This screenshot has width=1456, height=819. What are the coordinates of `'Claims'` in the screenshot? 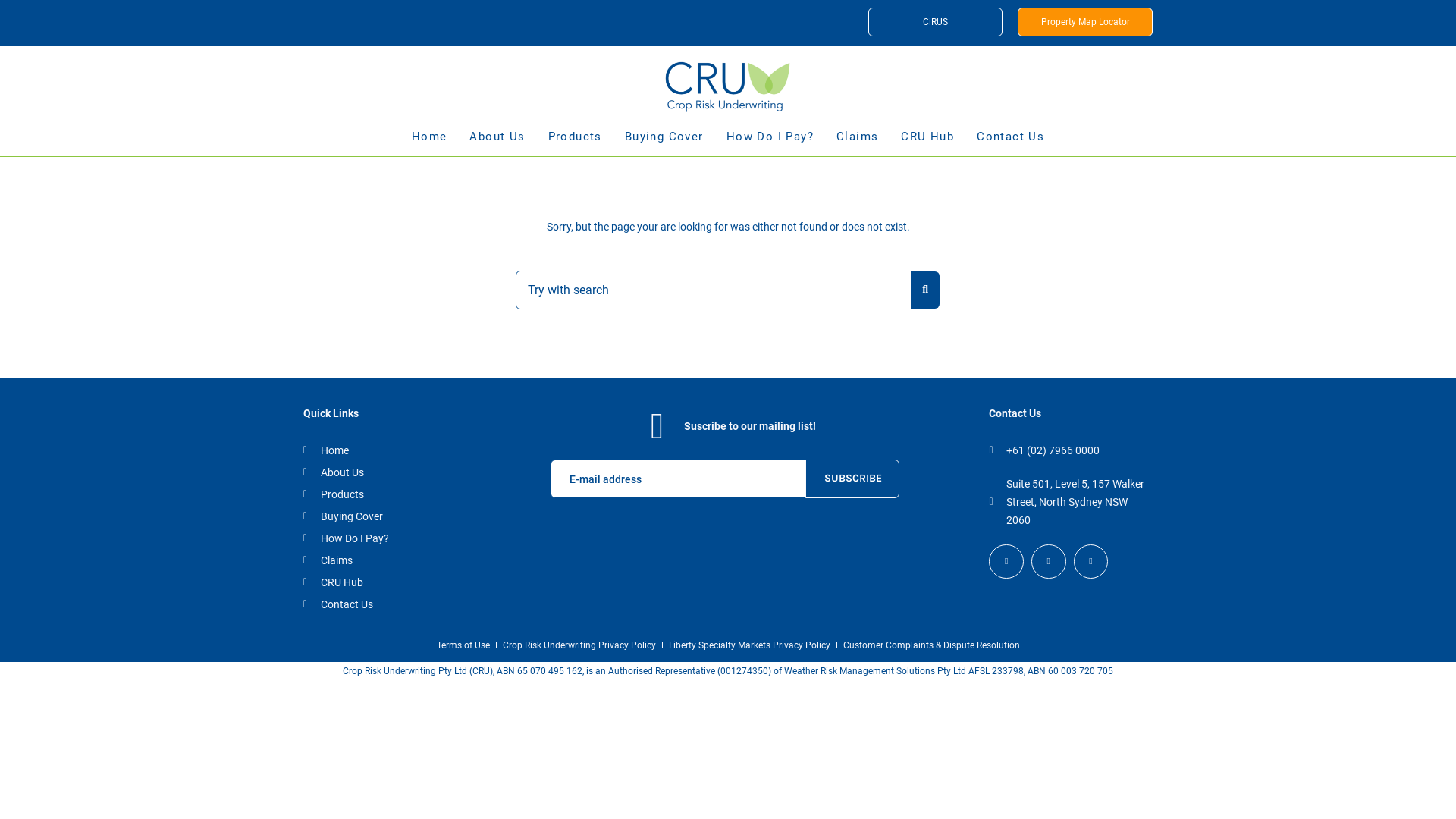 It's located at (836, 143).